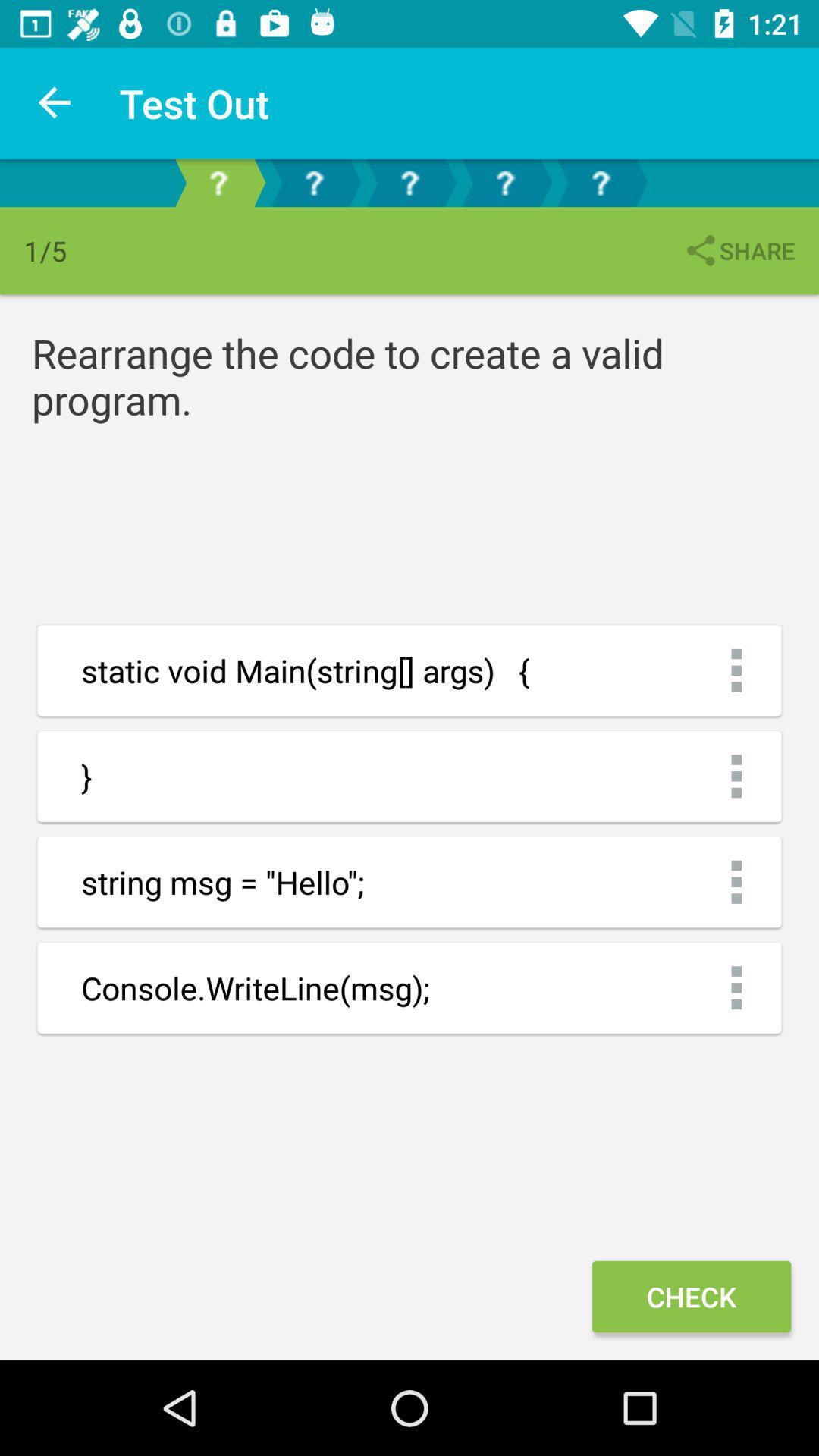 The height and width of the screenshot is (1456, 819). I want to click on the help icon, so click(505, 182).